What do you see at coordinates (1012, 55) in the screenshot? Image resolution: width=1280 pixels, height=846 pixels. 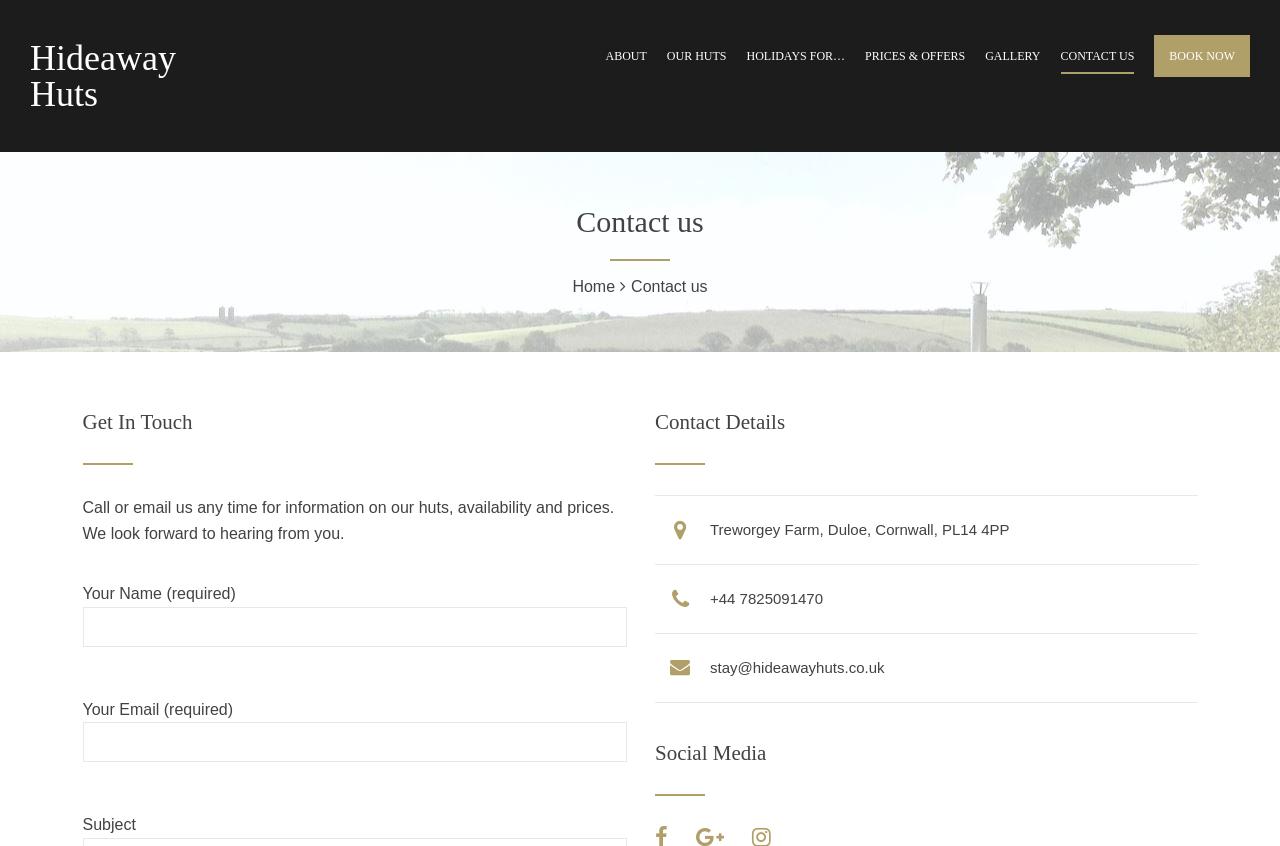 I see `'Gallery'` at bounding box center [1012, 55].